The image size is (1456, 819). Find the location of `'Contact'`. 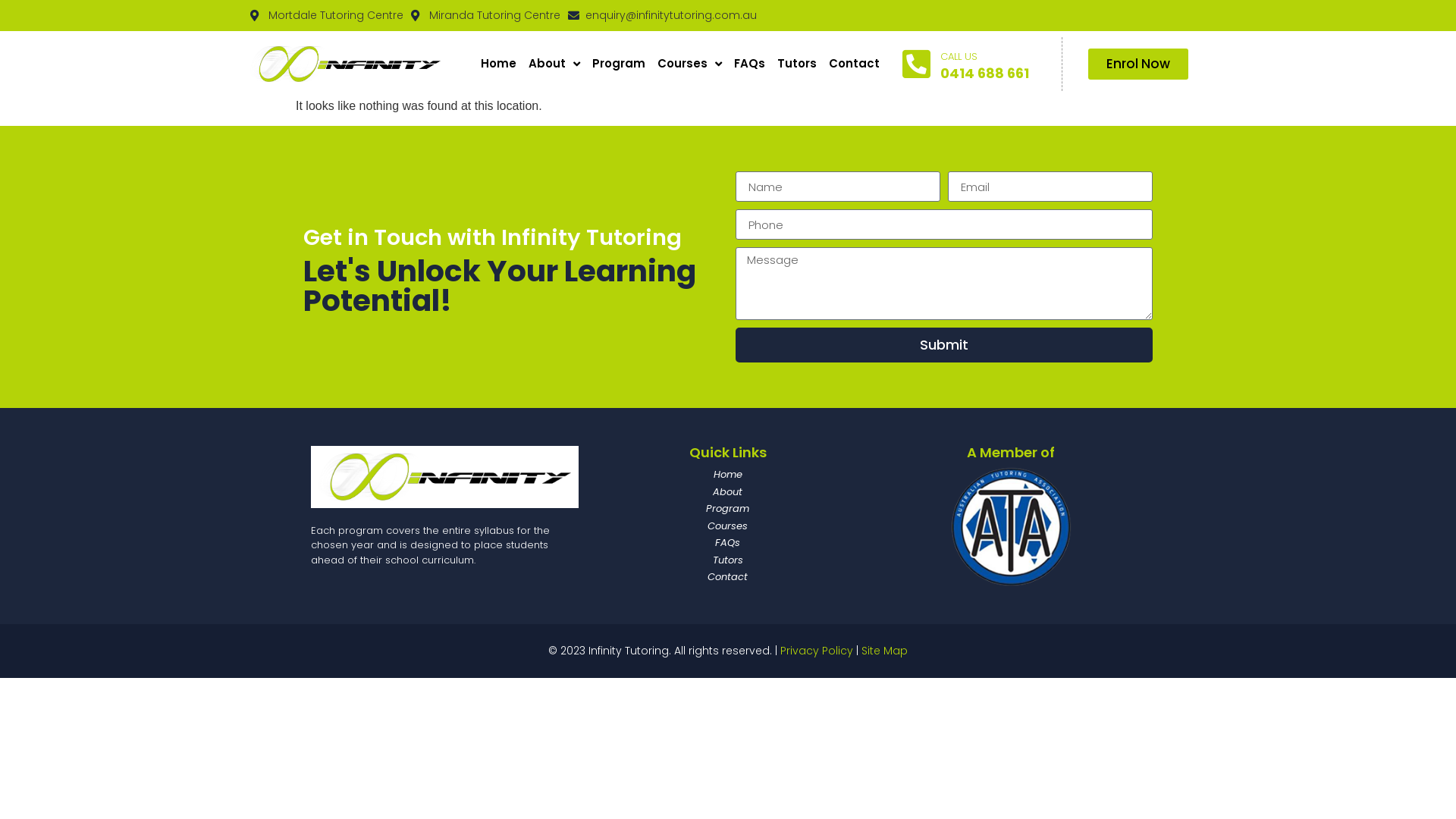

'Contact' is located at coordinates (726, 576).